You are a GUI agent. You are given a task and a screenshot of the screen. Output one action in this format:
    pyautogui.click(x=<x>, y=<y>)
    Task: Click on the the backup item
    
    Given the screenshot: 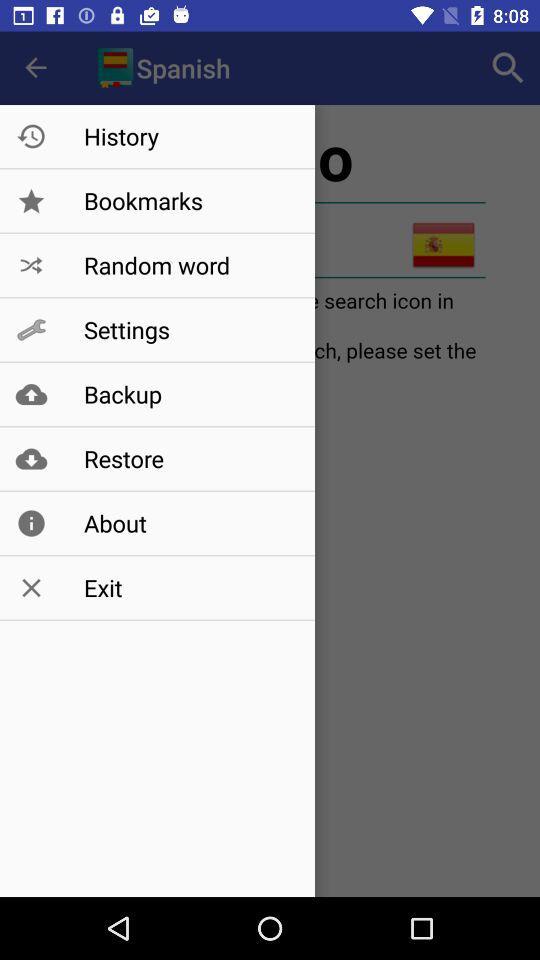 What is the action you would take?
    pyautogui.click(x=189, y=393)
    